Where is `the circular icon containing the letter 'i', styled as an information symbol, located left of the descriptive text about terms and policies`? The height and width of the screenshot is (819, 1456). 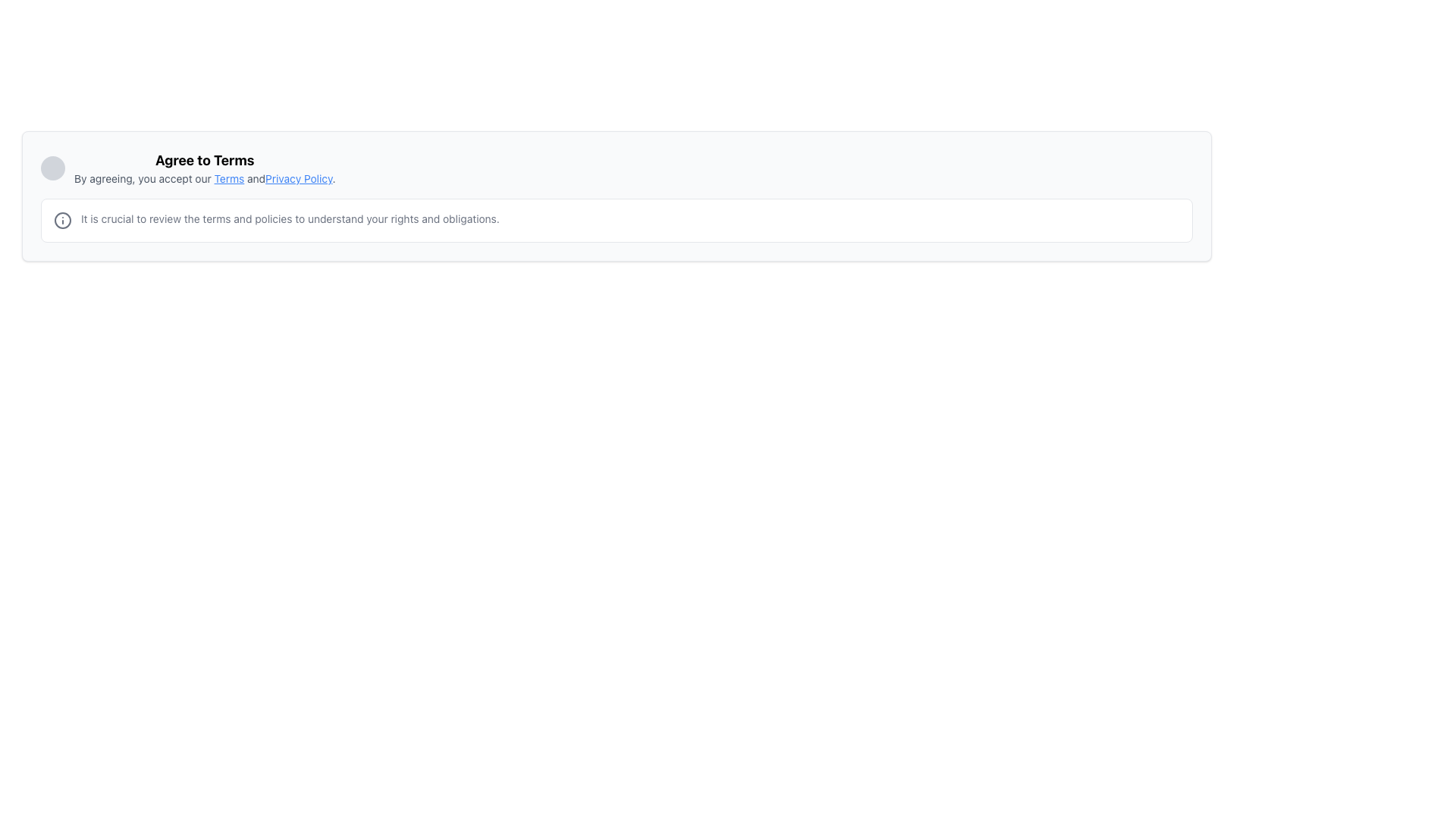
the circular icon containing the letter 'i', styled as an information symbol, located left of the descriptive text about terms and policies is located at coordinates (61, 220).